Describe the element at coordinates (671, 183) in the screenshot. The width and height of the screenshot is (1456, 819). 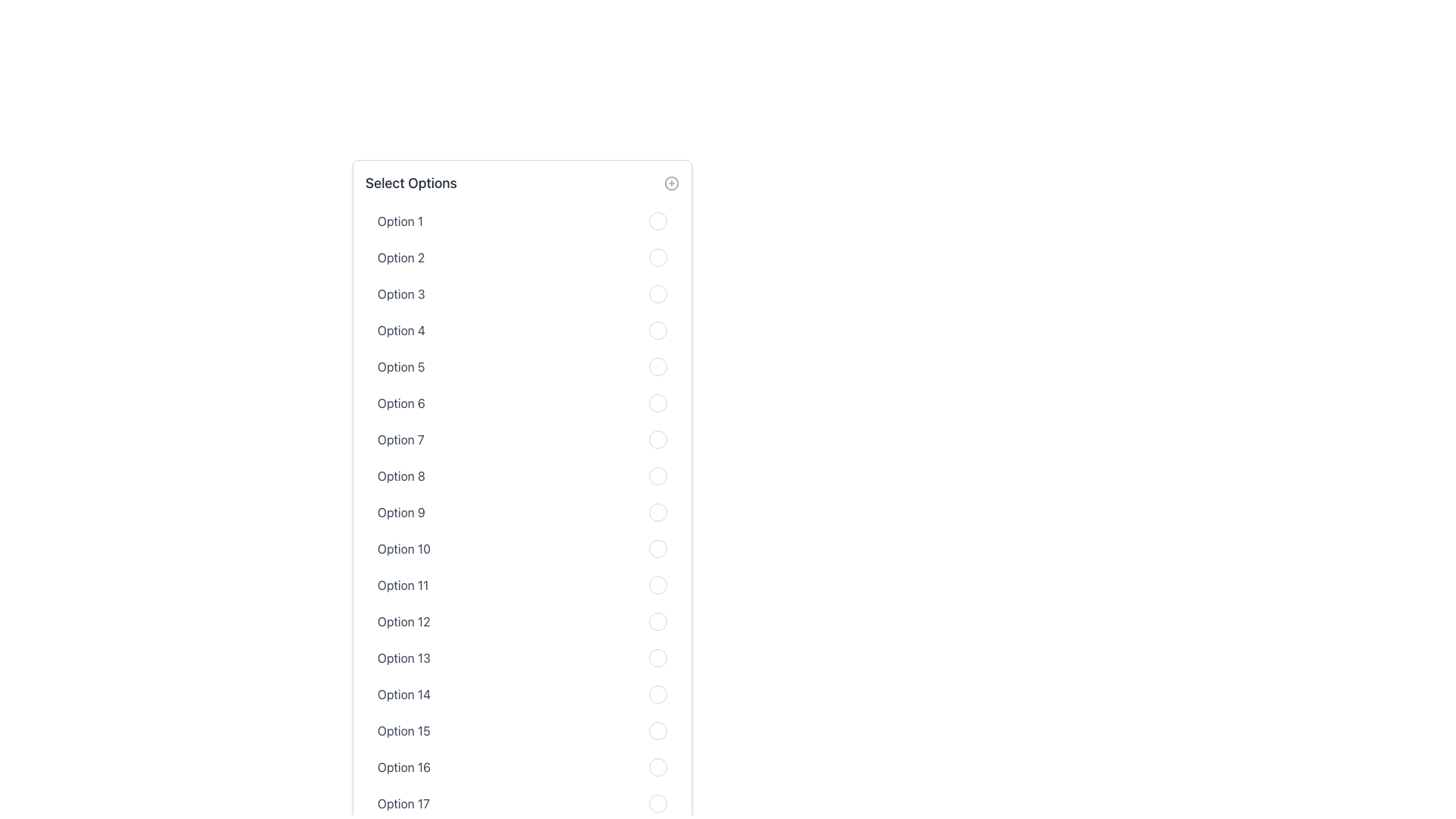
I see `the circular '+' icon in the header section titled 'Select Options'` at that location.